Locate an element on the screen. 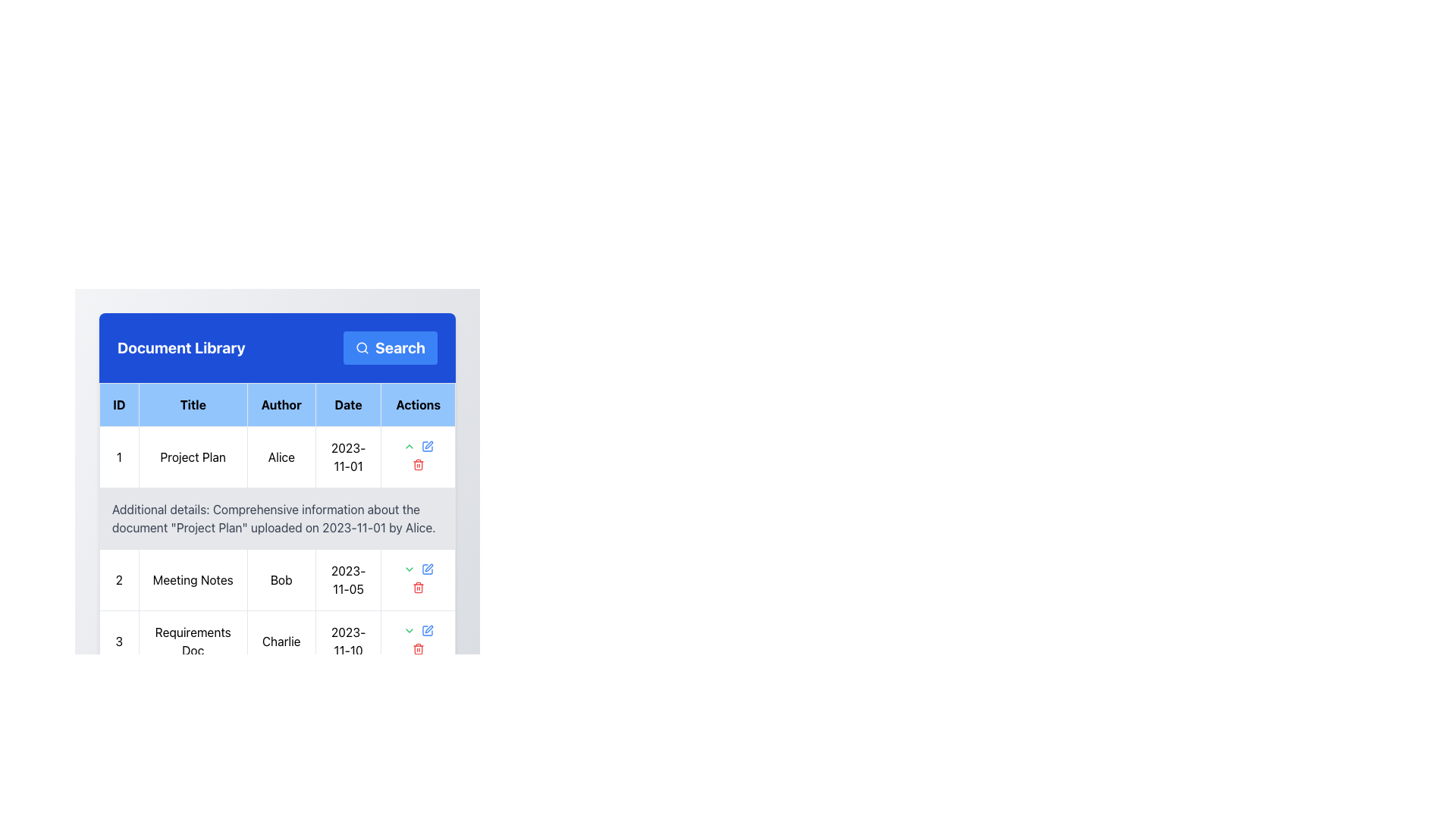  the Table Header Cell that labels the second column of the table indicating item titles, located between 'ID' and 'Author' is located at coordinates (192, 403).